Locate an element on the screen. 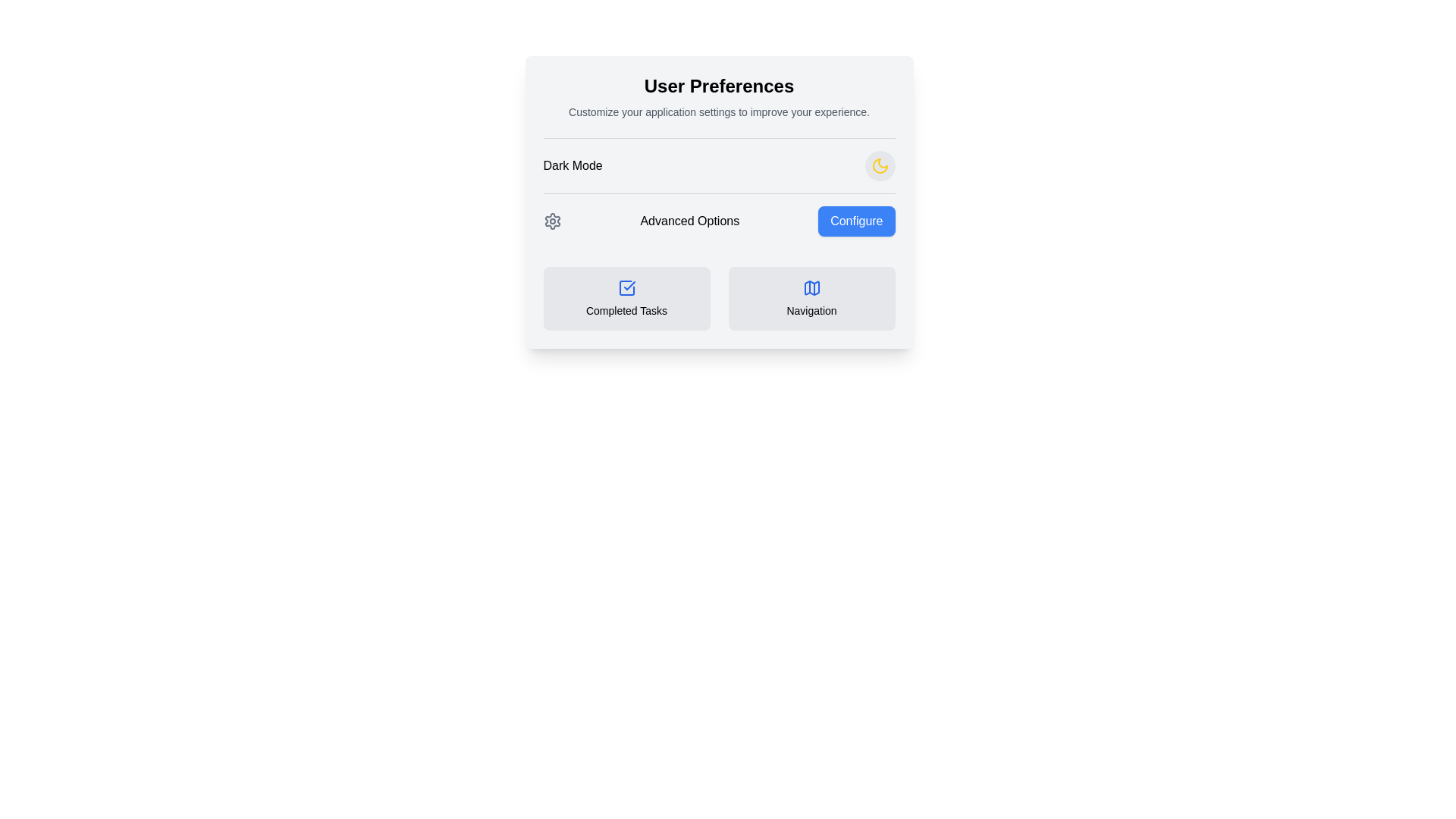 This screenshot has height=819, width=1456. the circular button with a gray background and a yellow crescent moon icon located is located at coordinates (880, 166).